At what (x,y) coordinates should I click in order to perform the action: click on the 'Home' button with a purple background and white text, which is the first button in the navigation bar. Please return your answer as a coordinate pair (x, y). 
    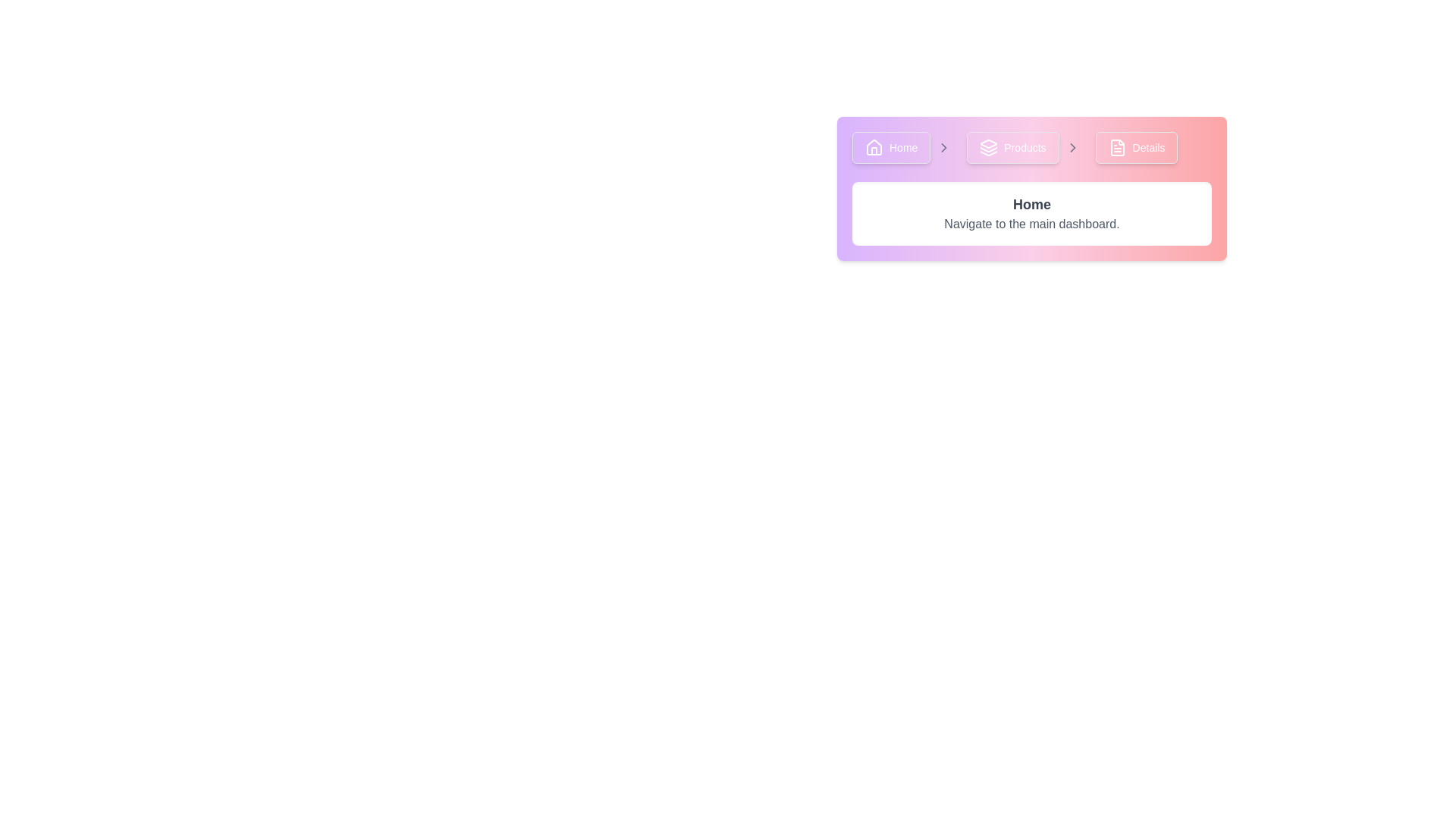
    Looking at the image, I should click on (891, 148).